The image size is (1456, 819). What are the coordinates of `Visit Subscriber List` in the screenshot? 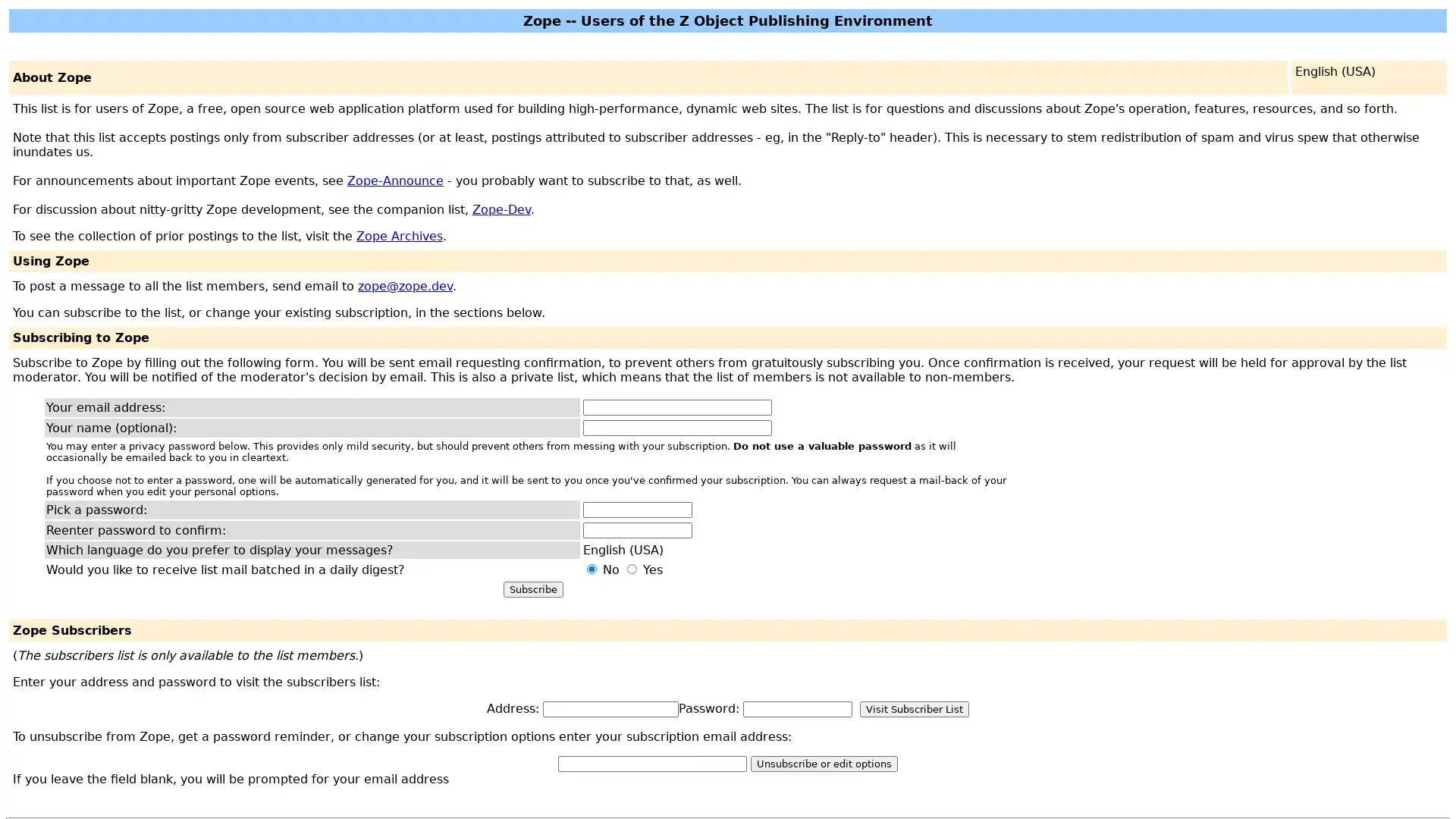 It's located at (913, 709).